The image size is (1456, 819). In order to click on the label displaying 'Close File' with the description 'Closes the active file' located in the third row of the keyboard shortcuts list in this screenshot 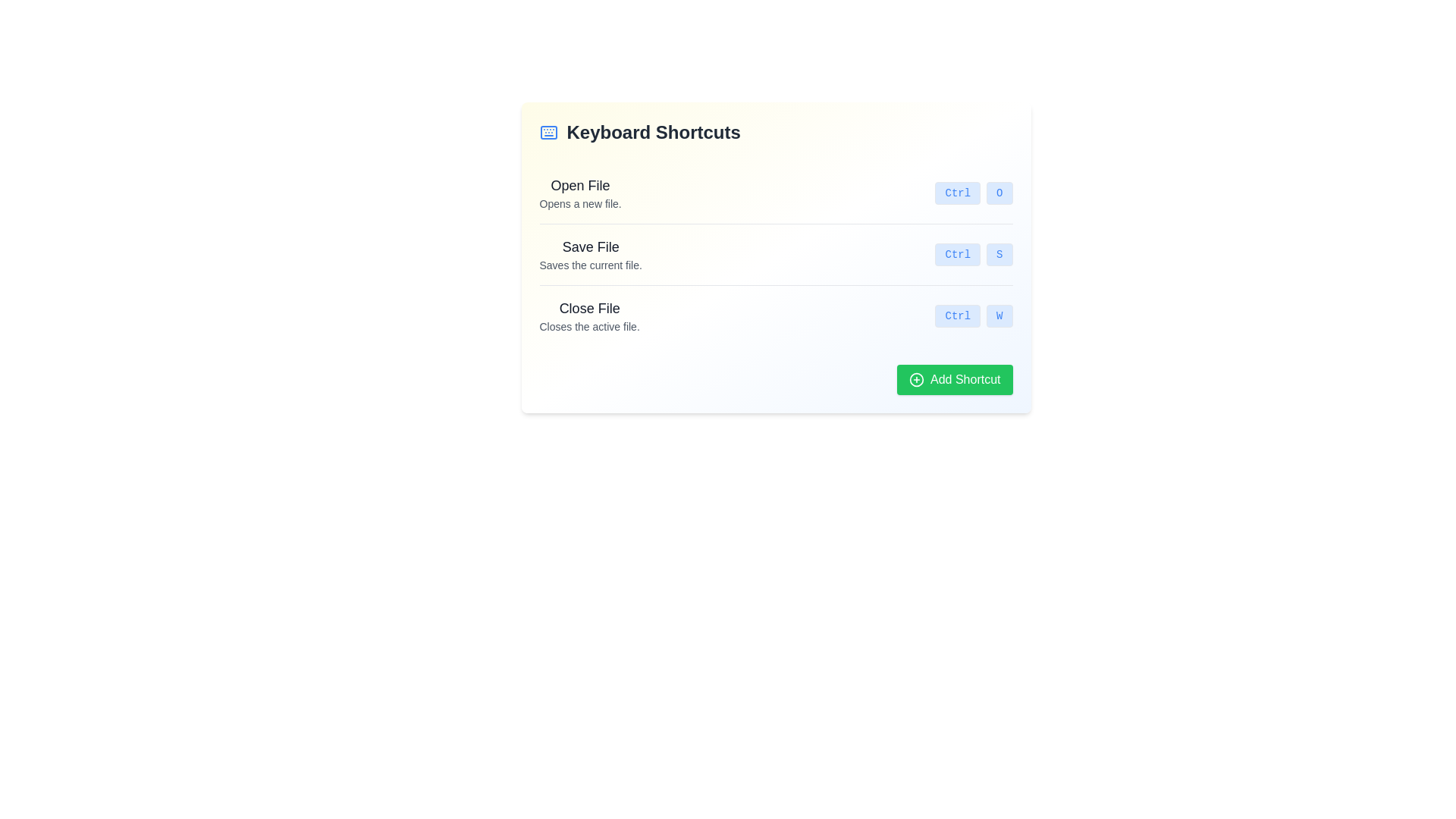, I will do `click(588, 315)`.